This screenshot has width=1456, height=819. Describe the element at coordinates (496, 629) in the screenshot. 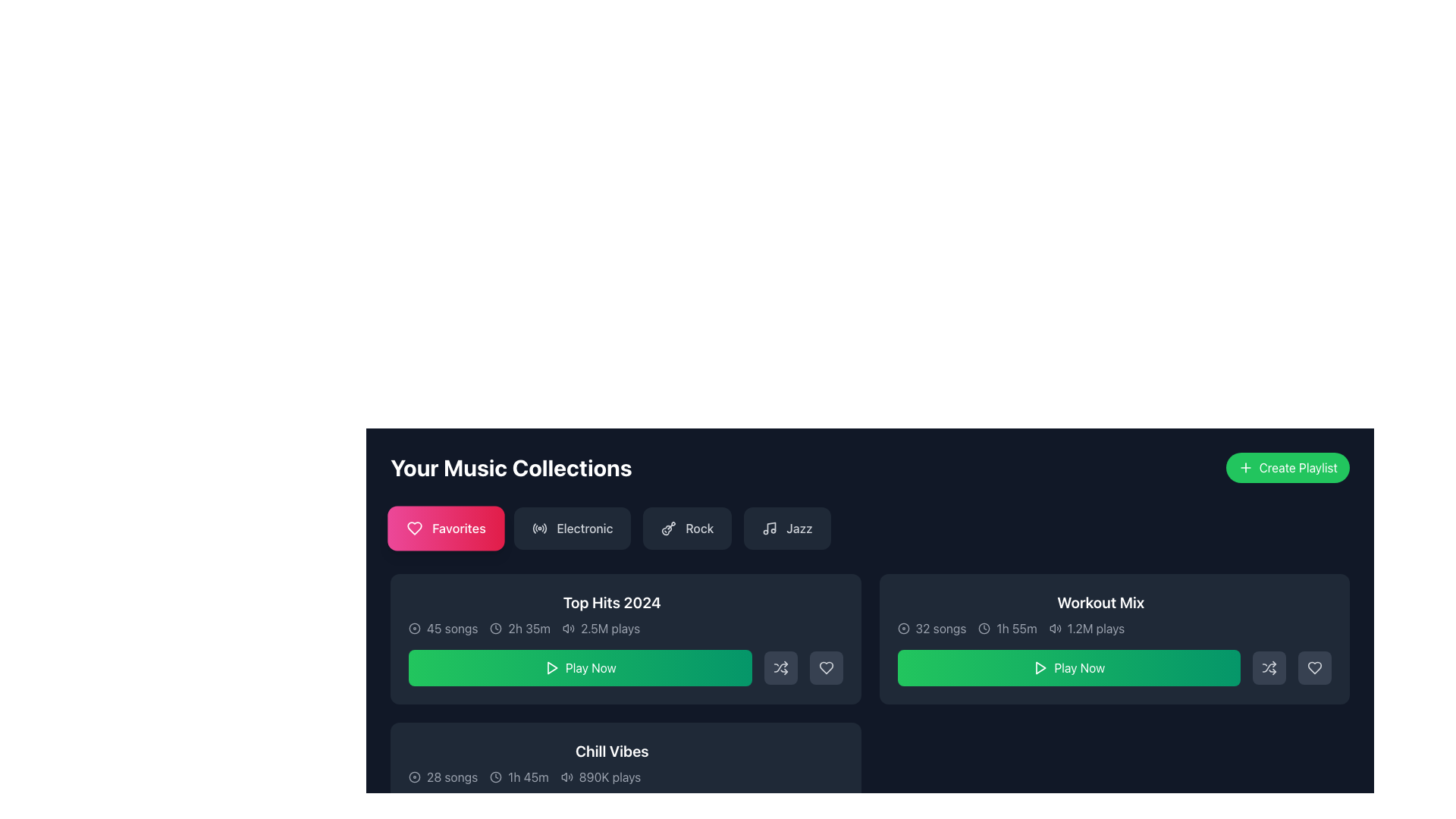

I see `the small circular clock icon located to the left of the textual indicator '2h 35m', which is part of the duration label group` at that location.